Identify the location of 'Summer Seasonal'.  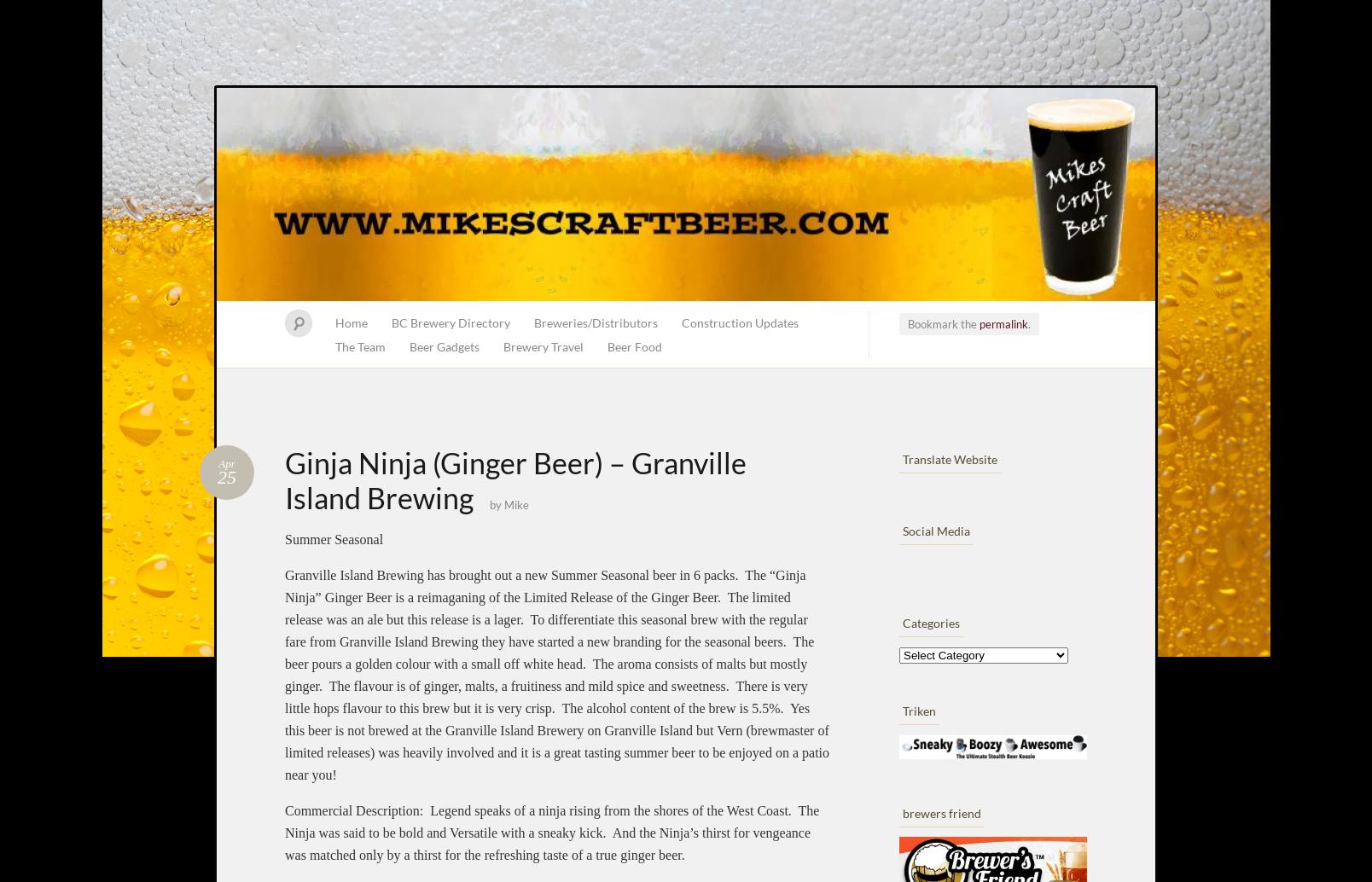
(283, 539).